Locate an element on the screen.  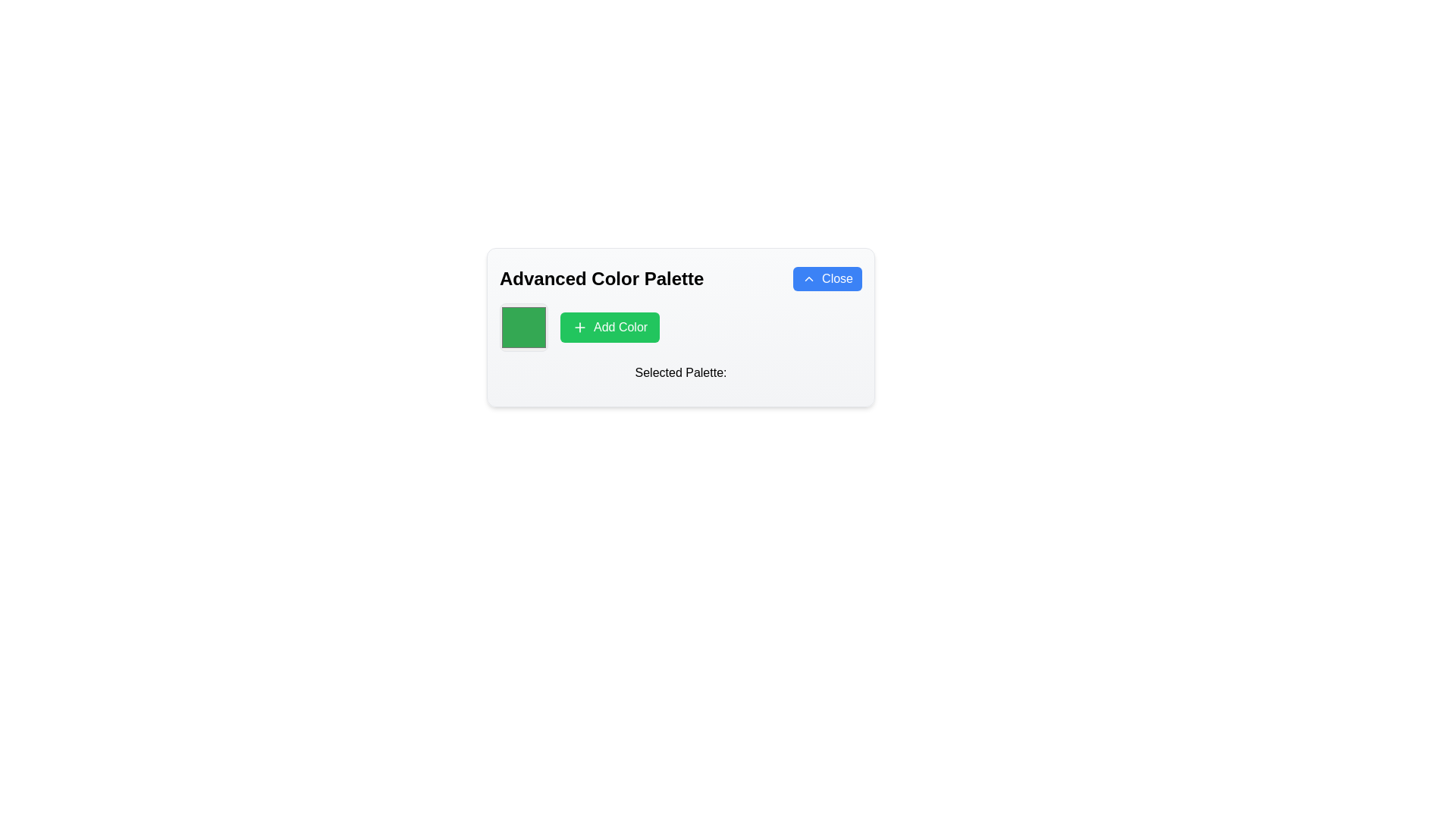
the button that allows users to add a new color to the palette, positioned to the right of a green square color swatch and below the text 'Advanced Color Palette' is located at coordinates (610, 327).